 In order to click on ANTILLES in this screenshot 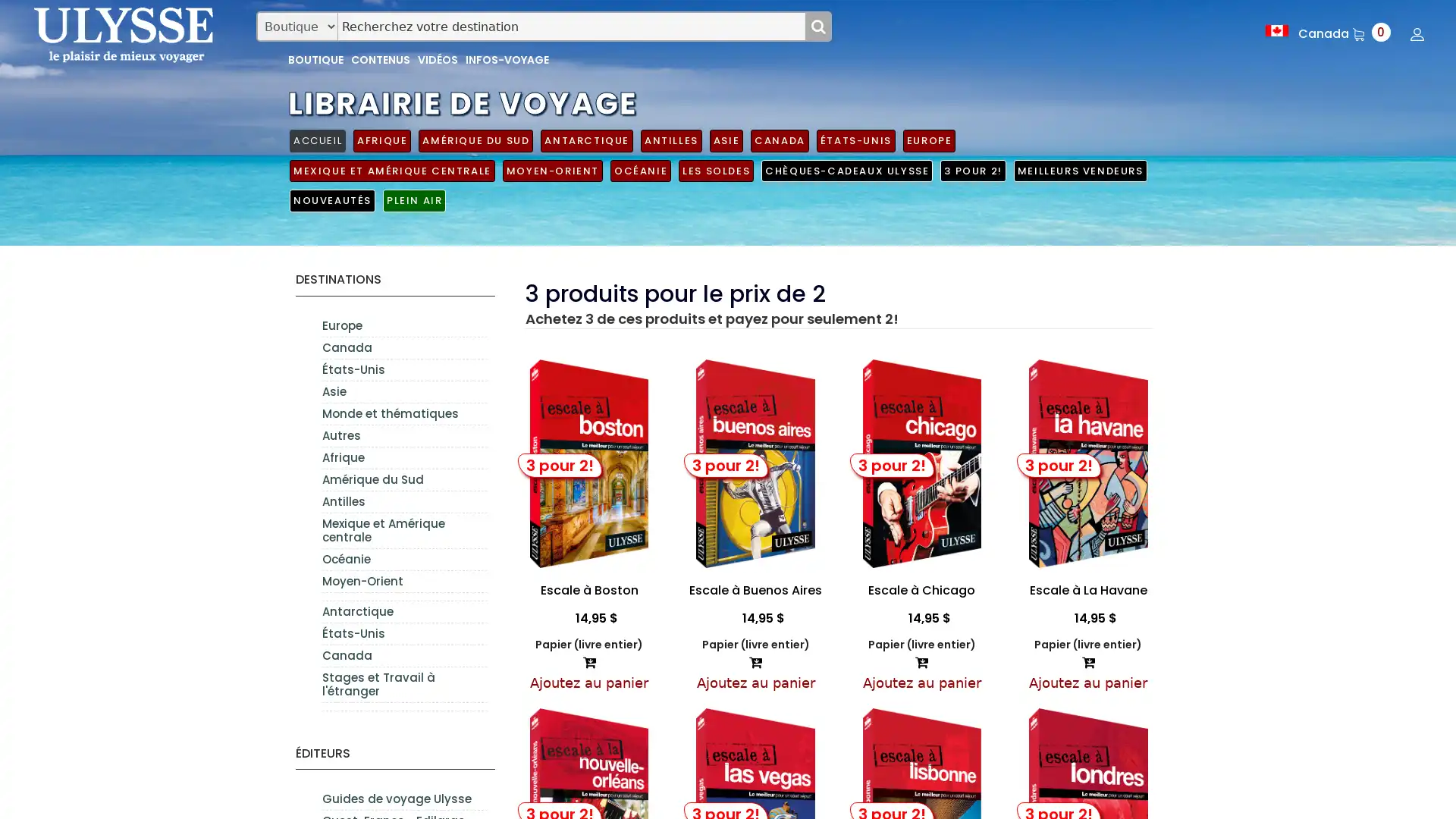, I will do `click(670, 140)`.